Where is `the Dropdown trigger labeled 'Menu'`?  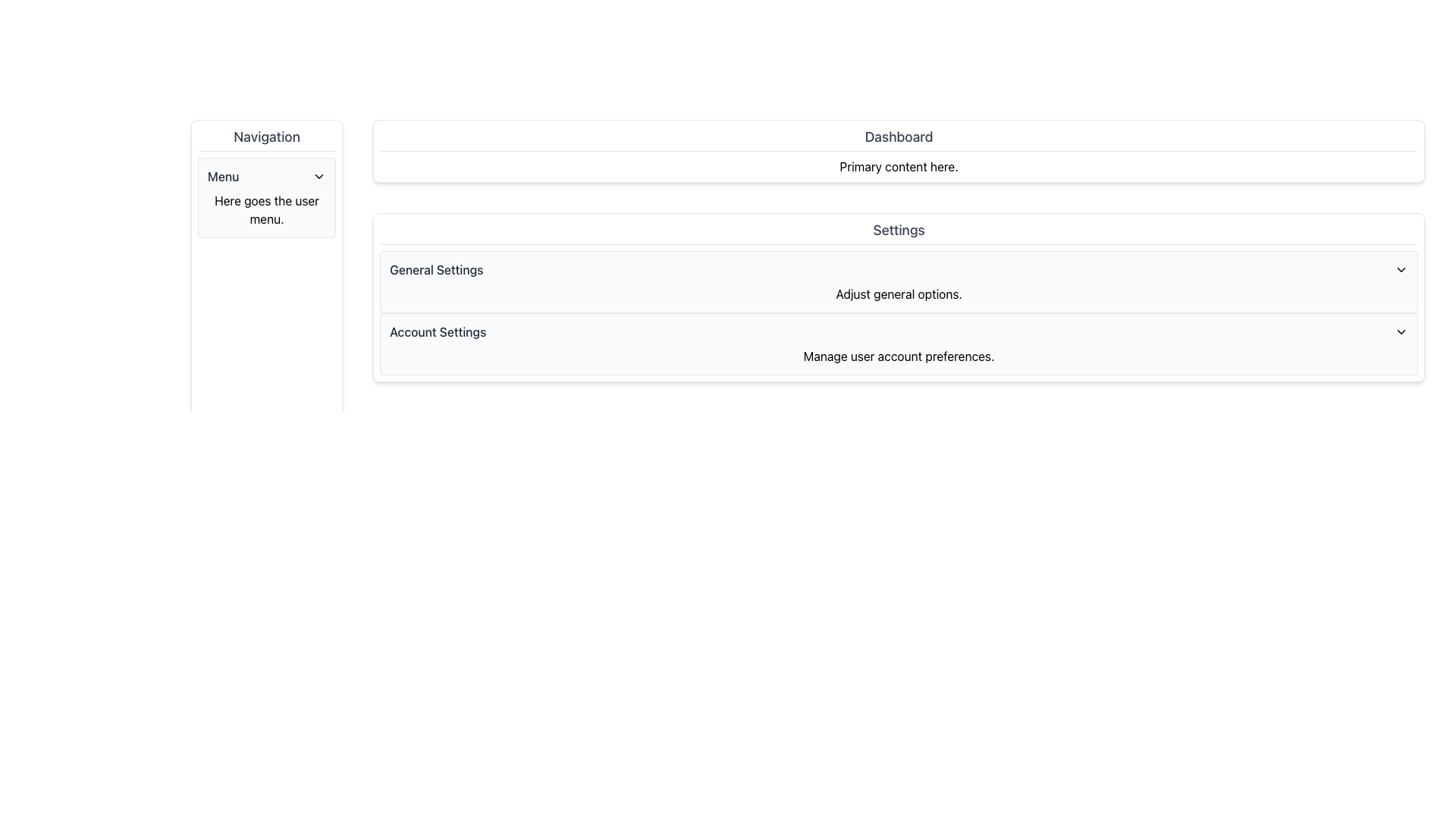
the Dropdown trigger labeled 'Menu' is located at coordinates (267, 175).